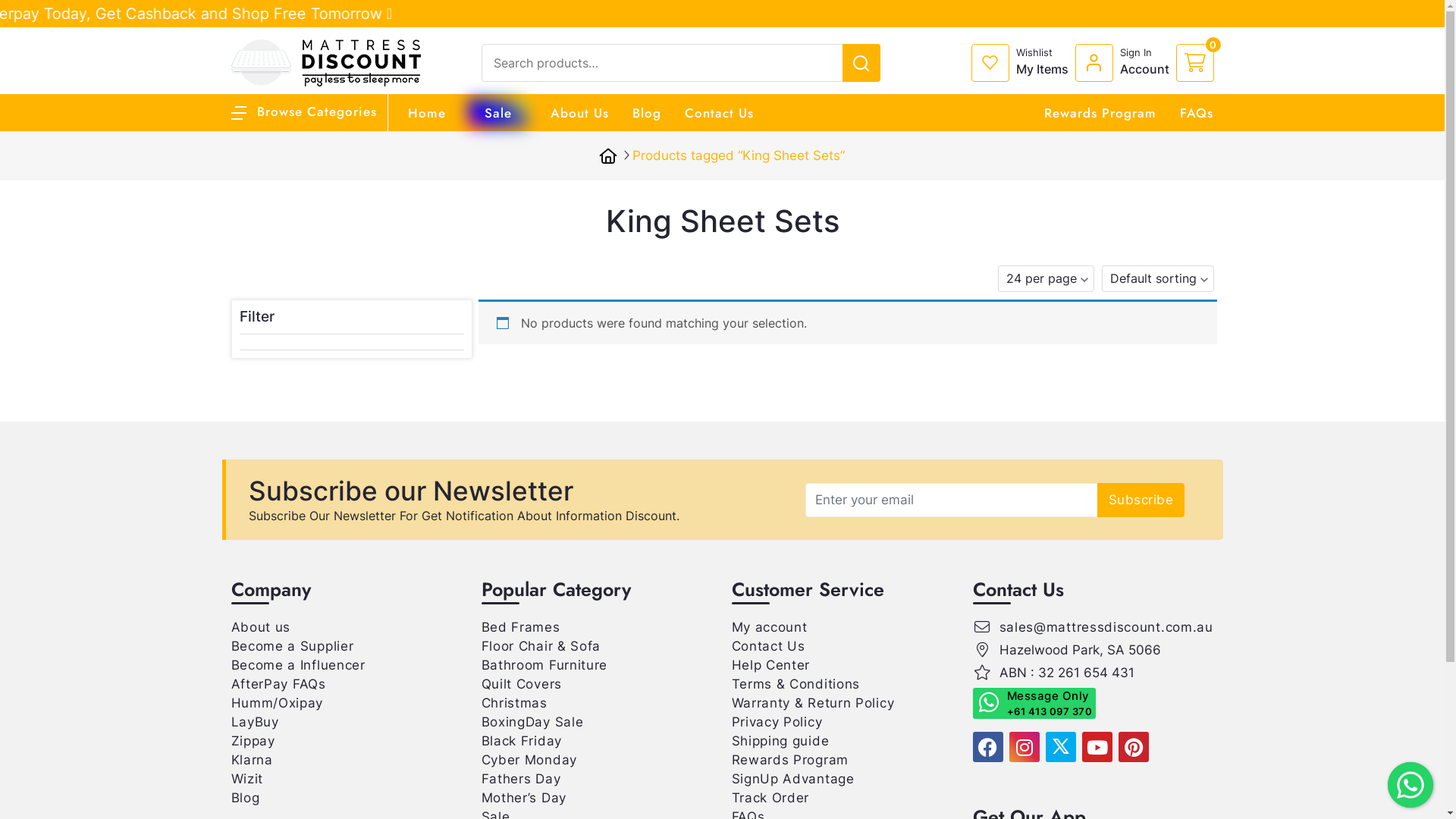 This screenshot has width=1456, height=819. I want to click on 'Fathers Day', so click(520, 778).